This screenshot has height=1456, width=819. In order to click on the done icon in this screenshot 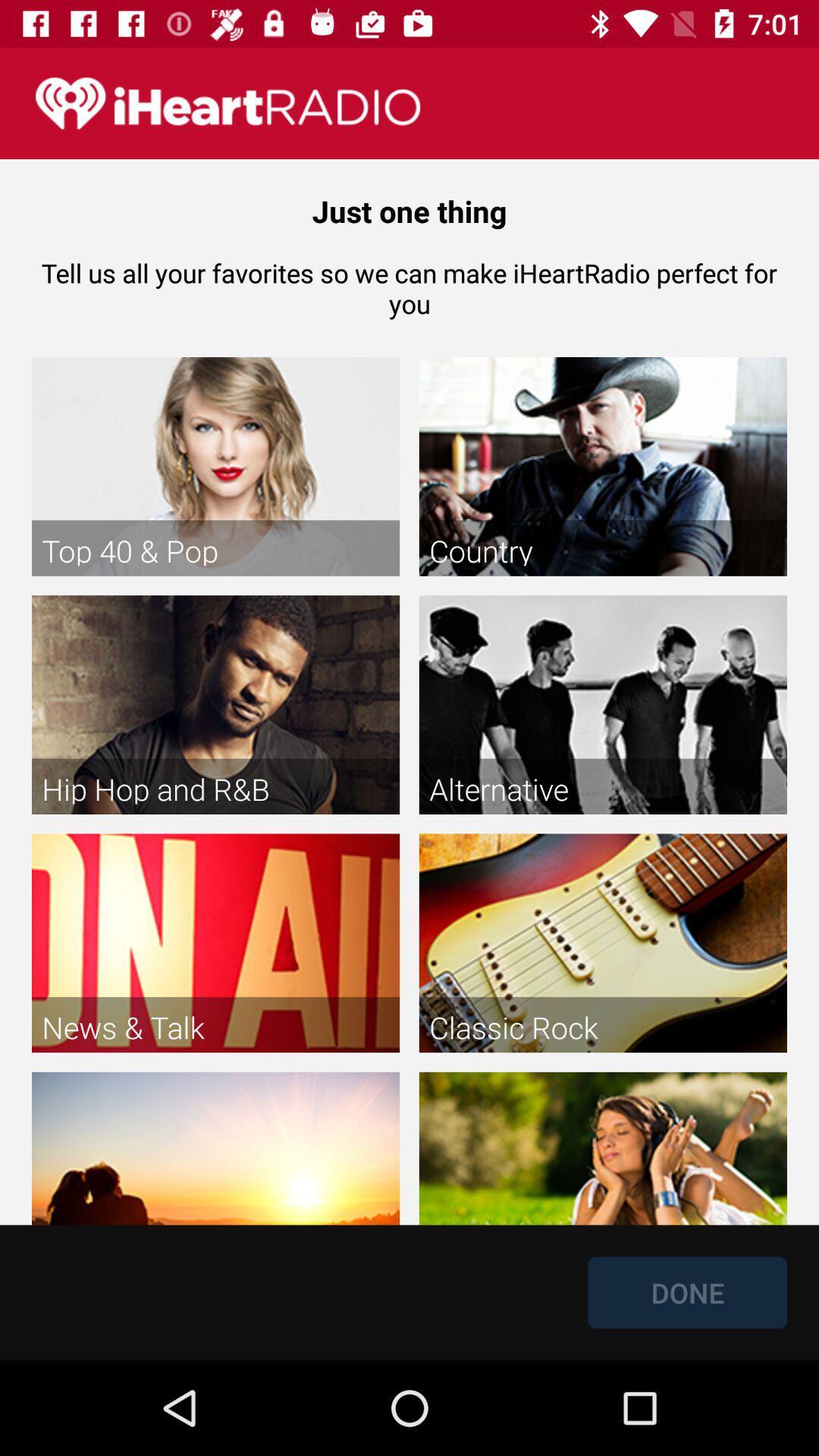, I will do `click(687, 1291)`.